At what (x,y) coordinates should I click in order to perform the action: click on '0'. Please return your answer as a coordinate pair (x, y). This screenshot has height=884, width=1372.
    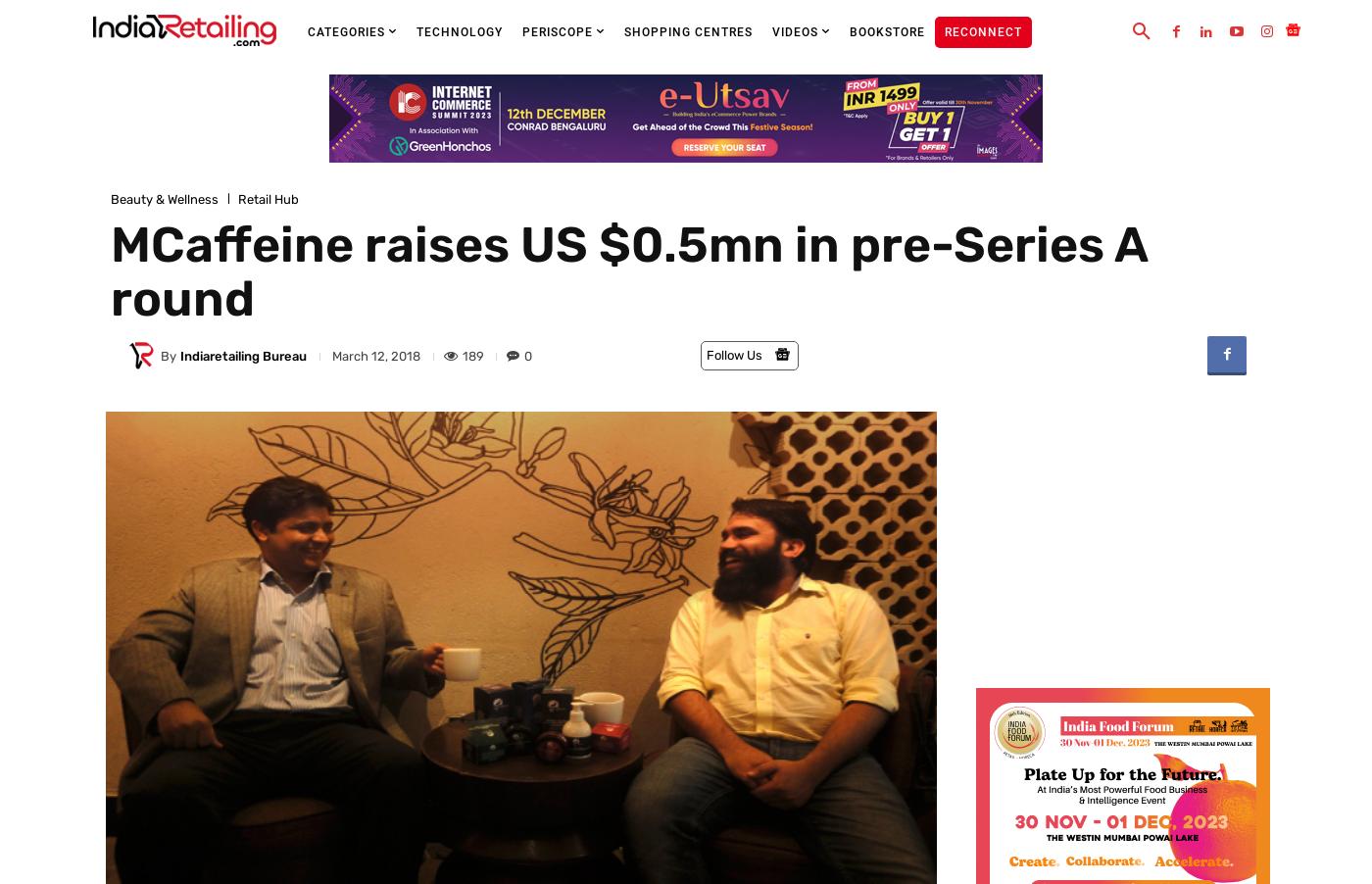
    Looking at the image, I should click on (523, 354).